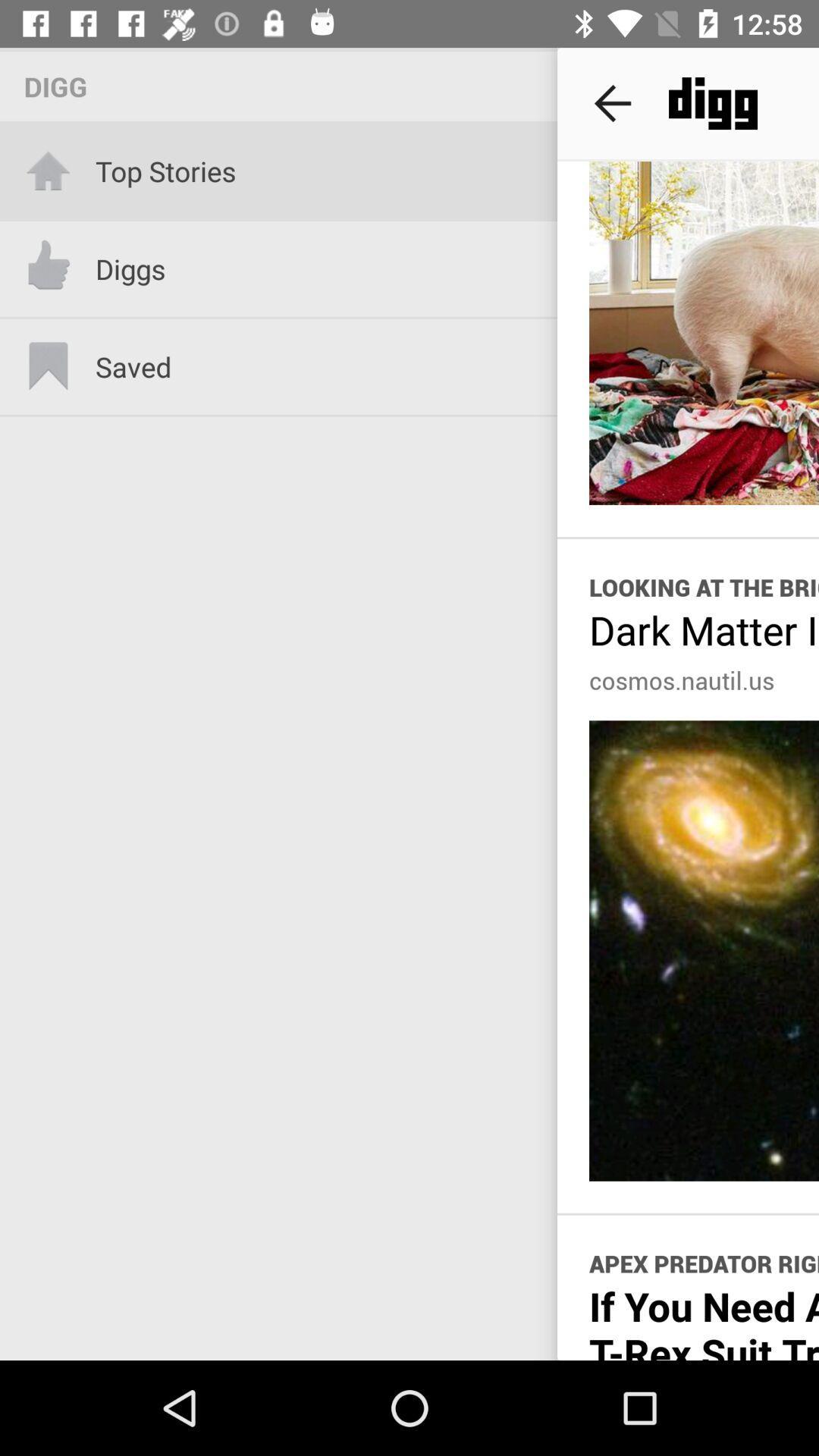 The height and width of the screenshot is (1456, 819). What do you see at coordinates (704, 586) in the screenshot?
I see `item above the dark matter is icon` at bounding box center [704, 586].